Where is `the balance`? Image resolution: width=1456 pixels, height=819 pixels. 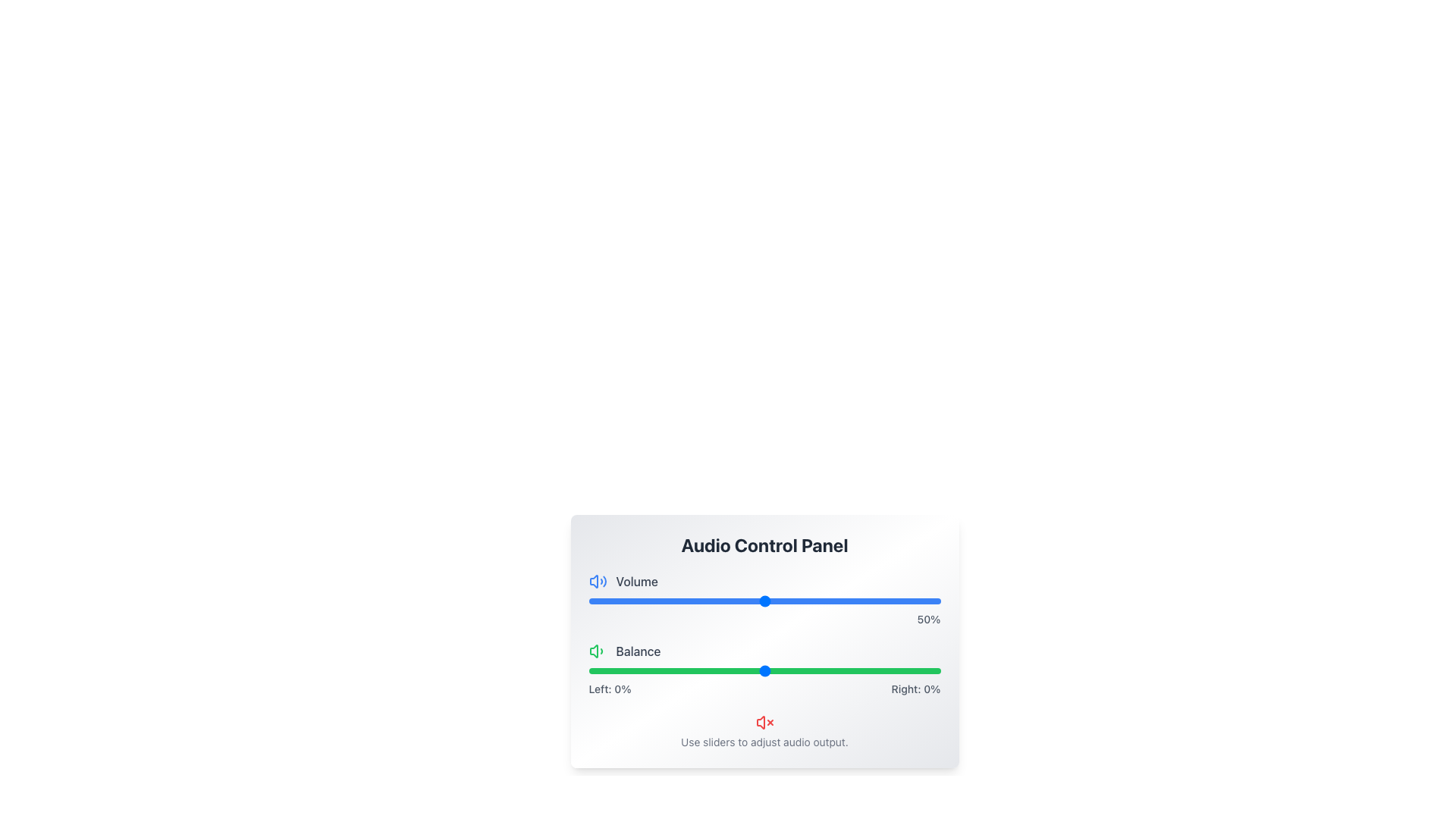 the balance is located at coordinates (758, 670).